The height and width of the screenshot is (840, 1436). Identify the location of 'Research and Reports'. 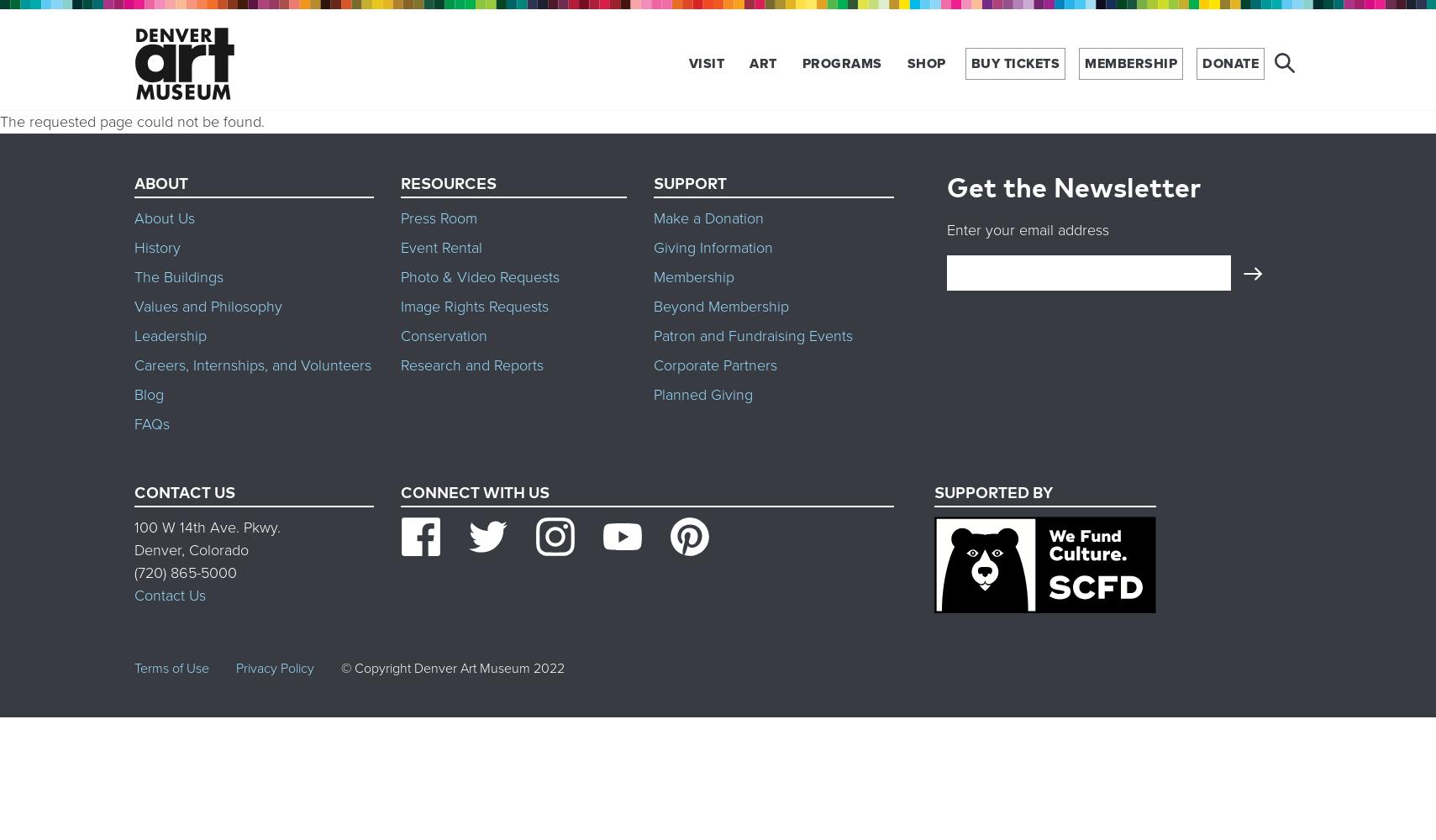
(471, 365).